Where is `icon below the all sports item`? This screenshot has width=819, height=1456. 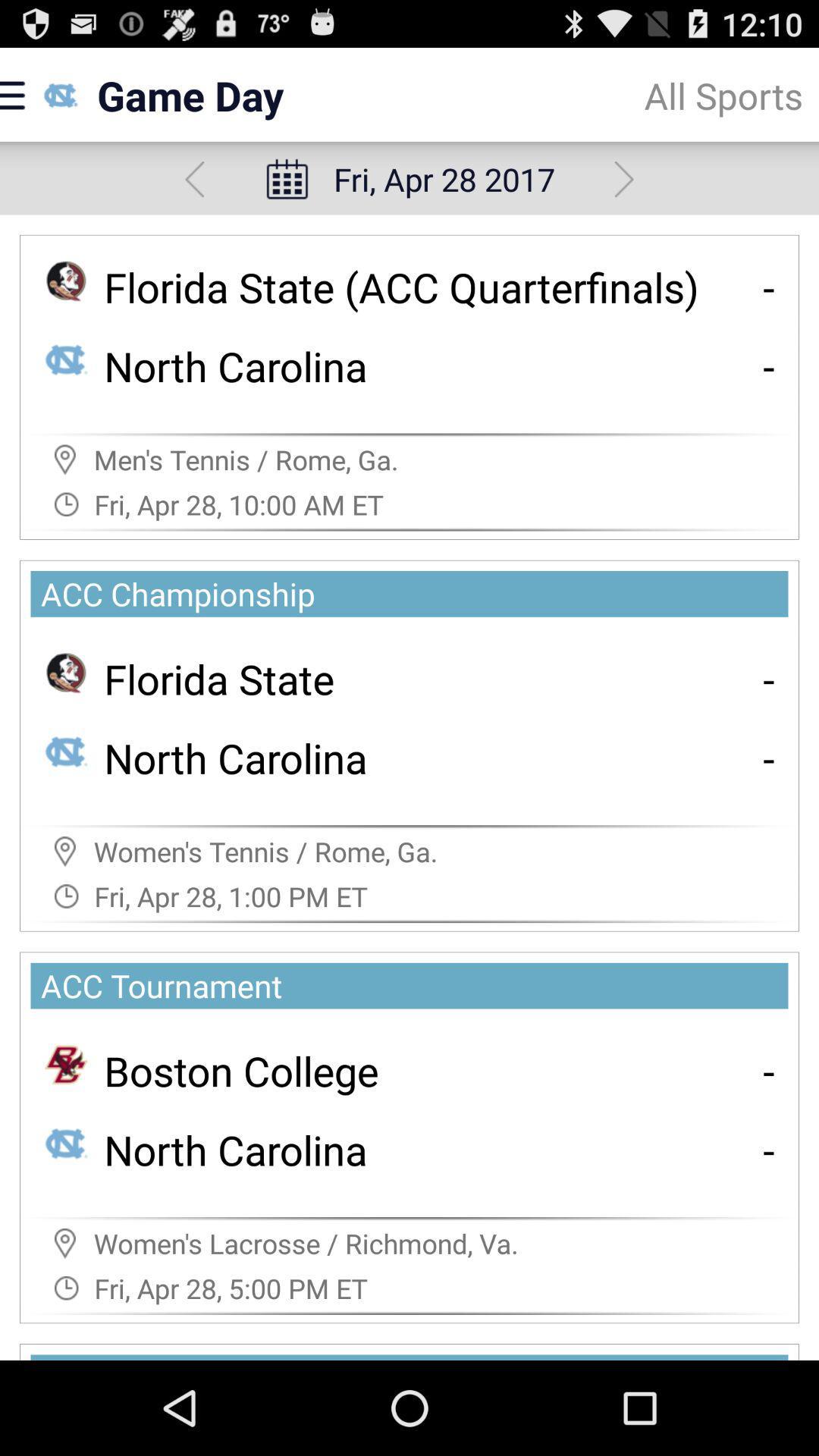
icon below the all sports item is located at coordinates (624, 179).